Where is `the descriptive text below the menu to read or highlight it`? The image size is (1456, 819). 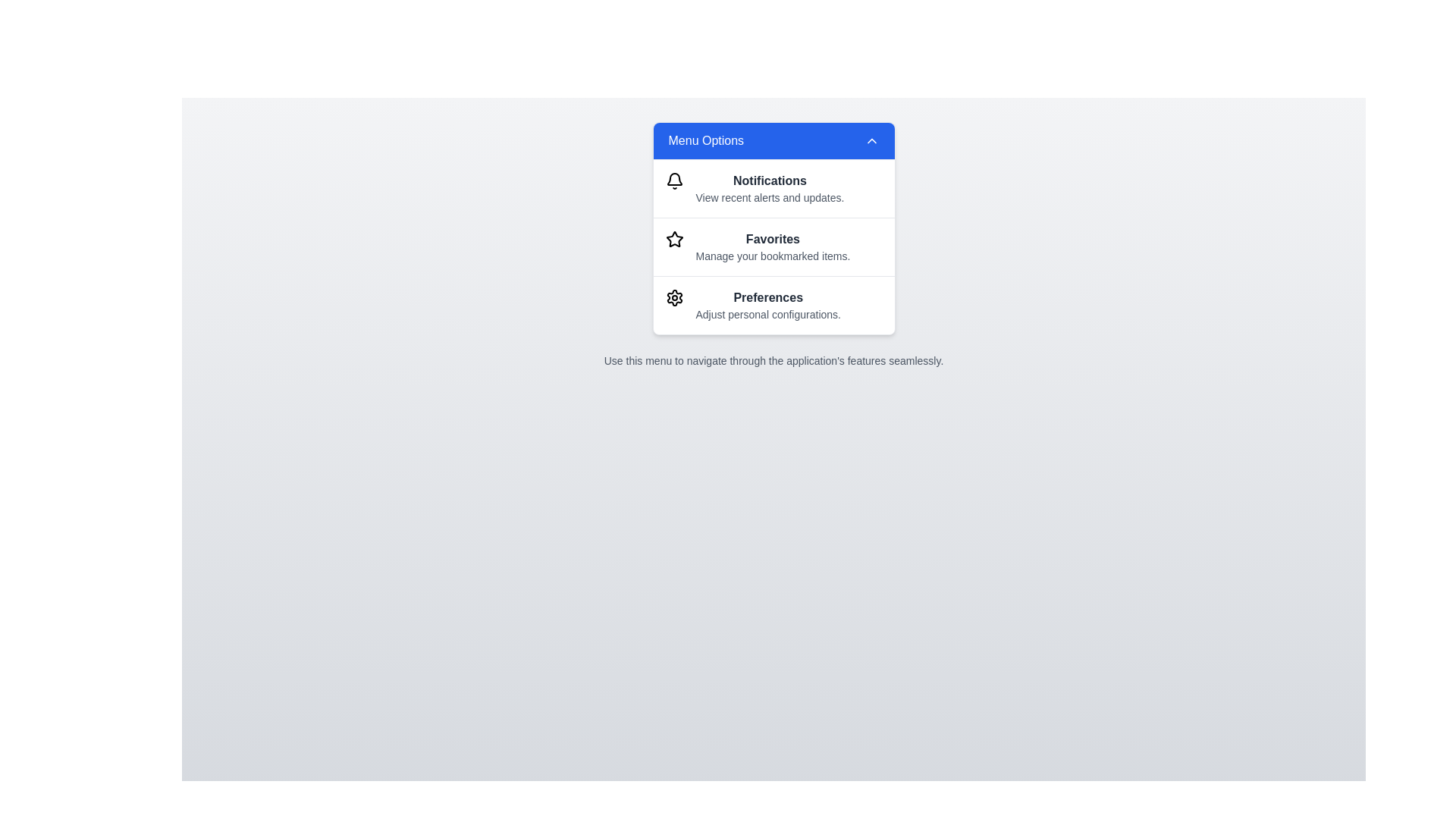
the descriptive text below the menu to read or highlight it is located at coordinates (773, 360).